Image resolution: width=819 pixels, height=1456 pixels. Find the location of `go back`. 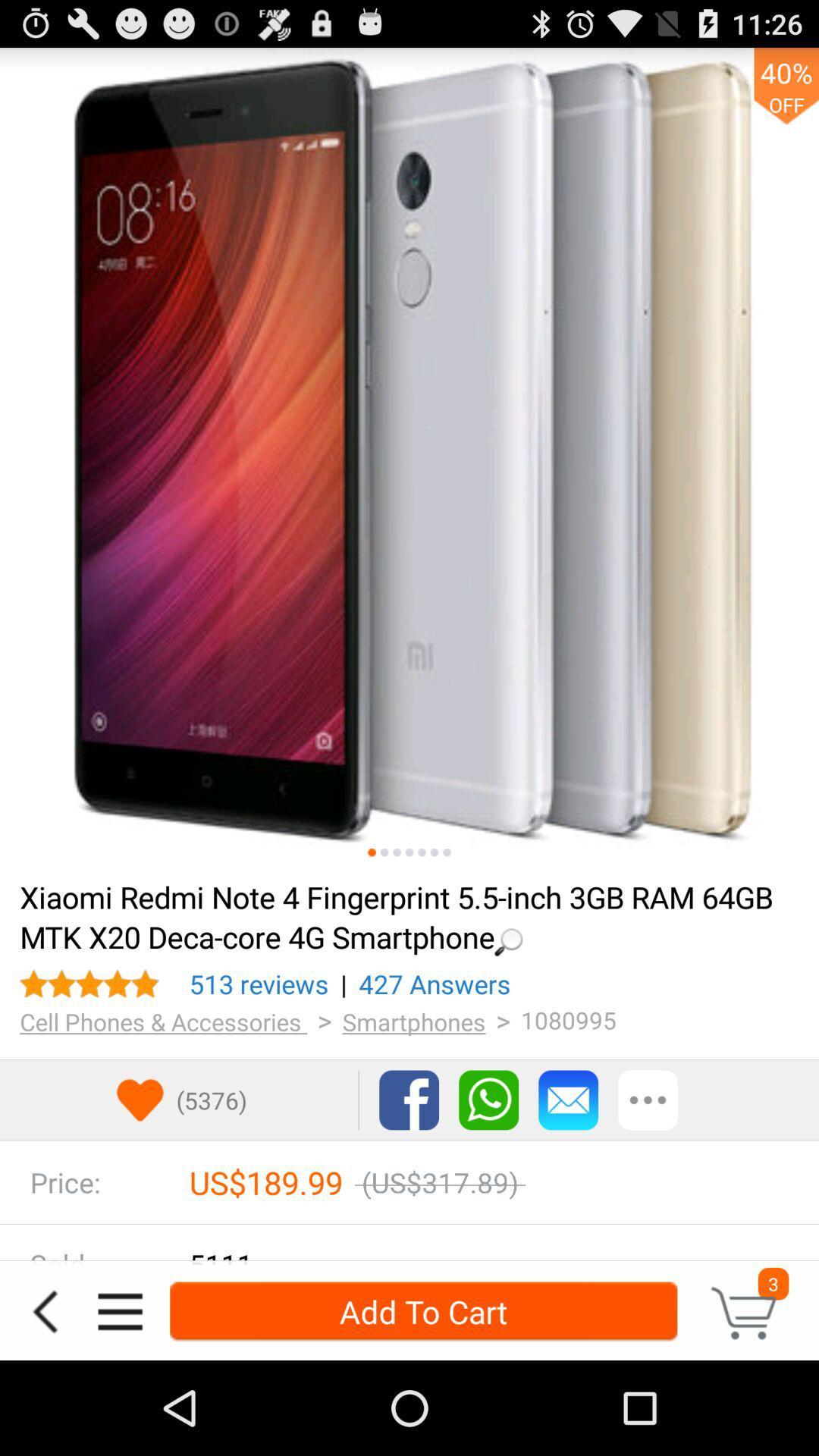

go back is located at coordinates (44, 1310).